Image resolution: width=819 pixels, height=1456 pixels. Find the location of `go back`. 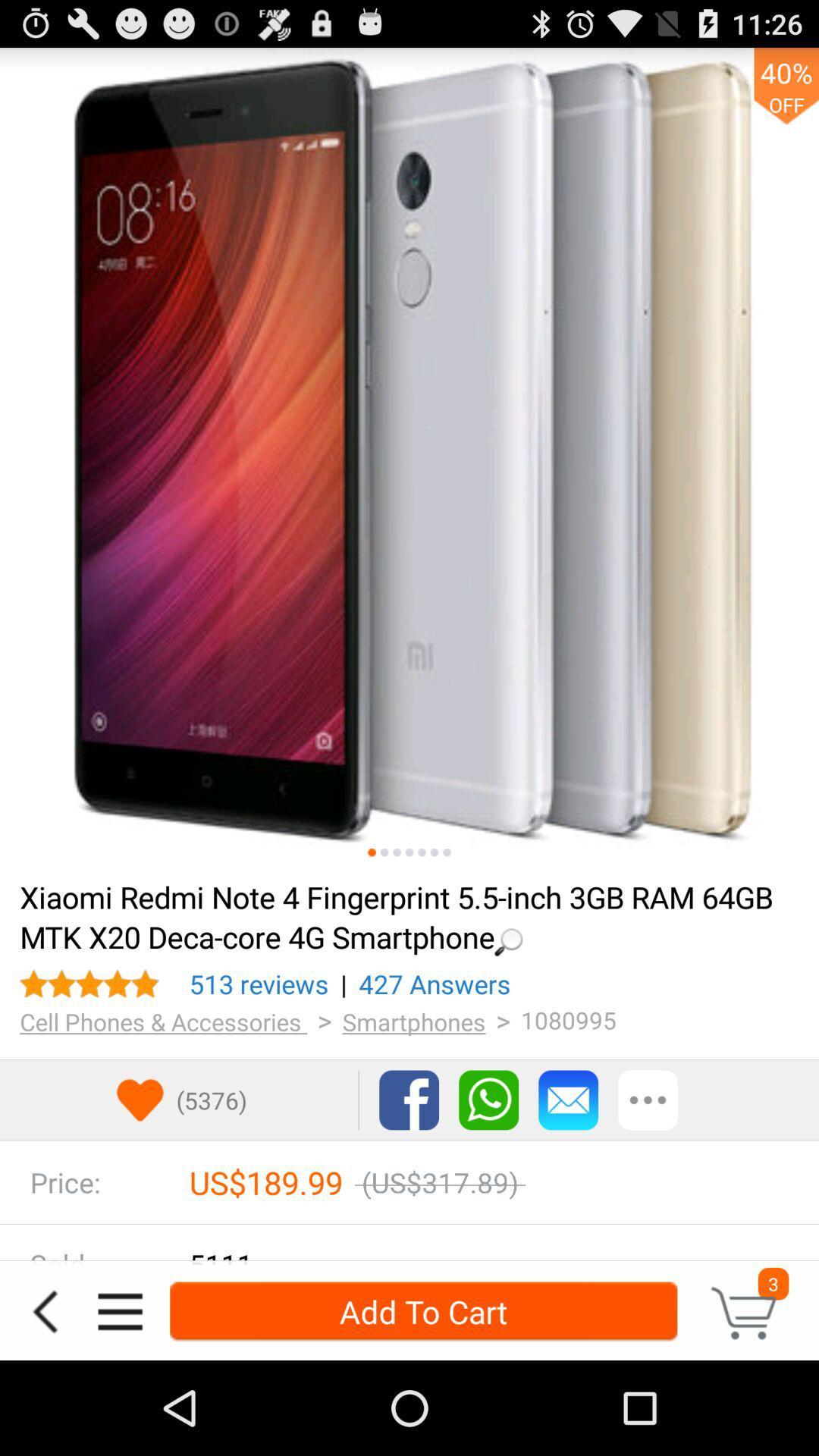

go back is located at coordinates (44, 1310).